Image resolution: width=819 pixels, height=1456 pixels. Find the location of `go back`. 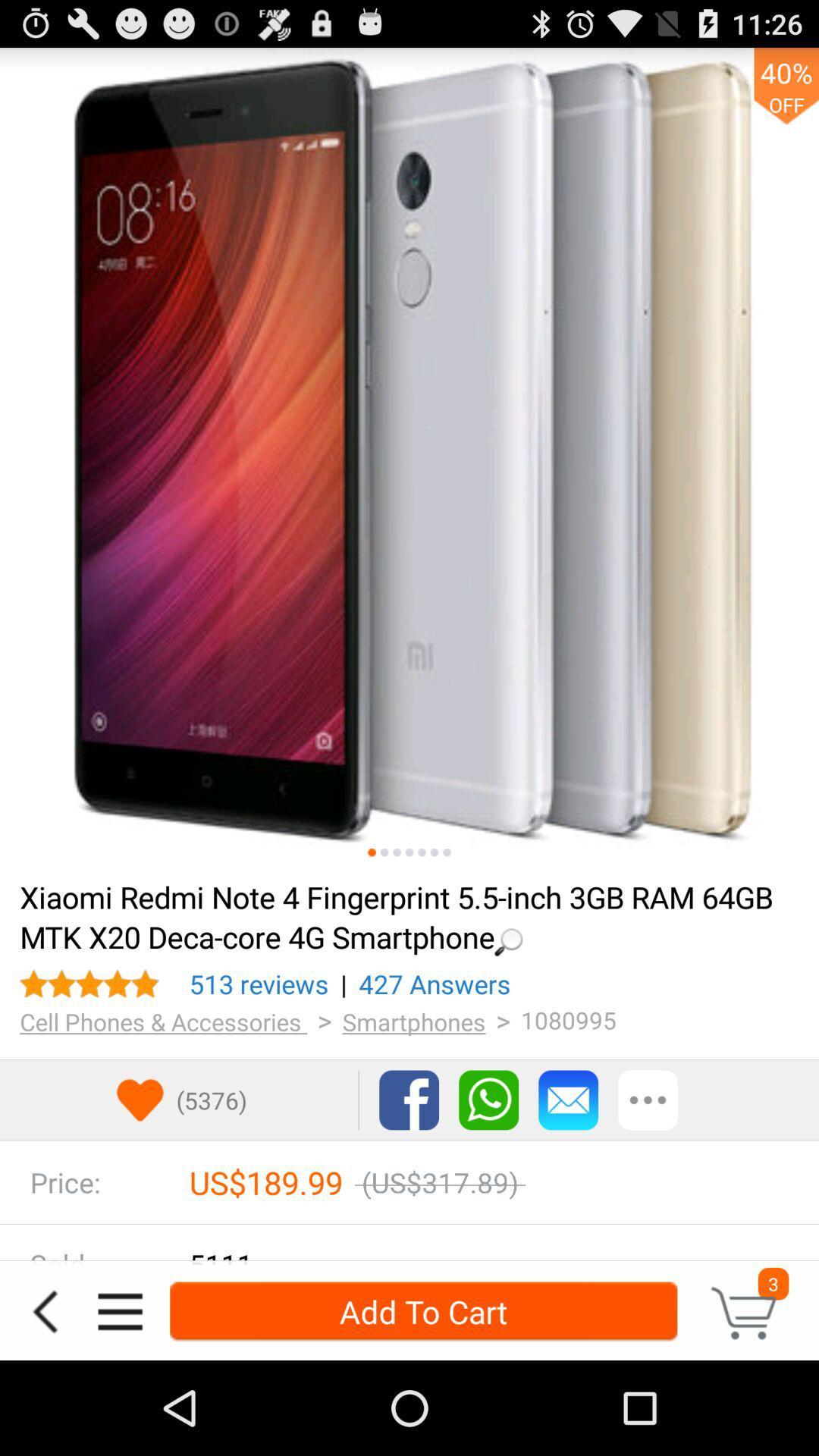

go back is located at coordinates (44, 1310).